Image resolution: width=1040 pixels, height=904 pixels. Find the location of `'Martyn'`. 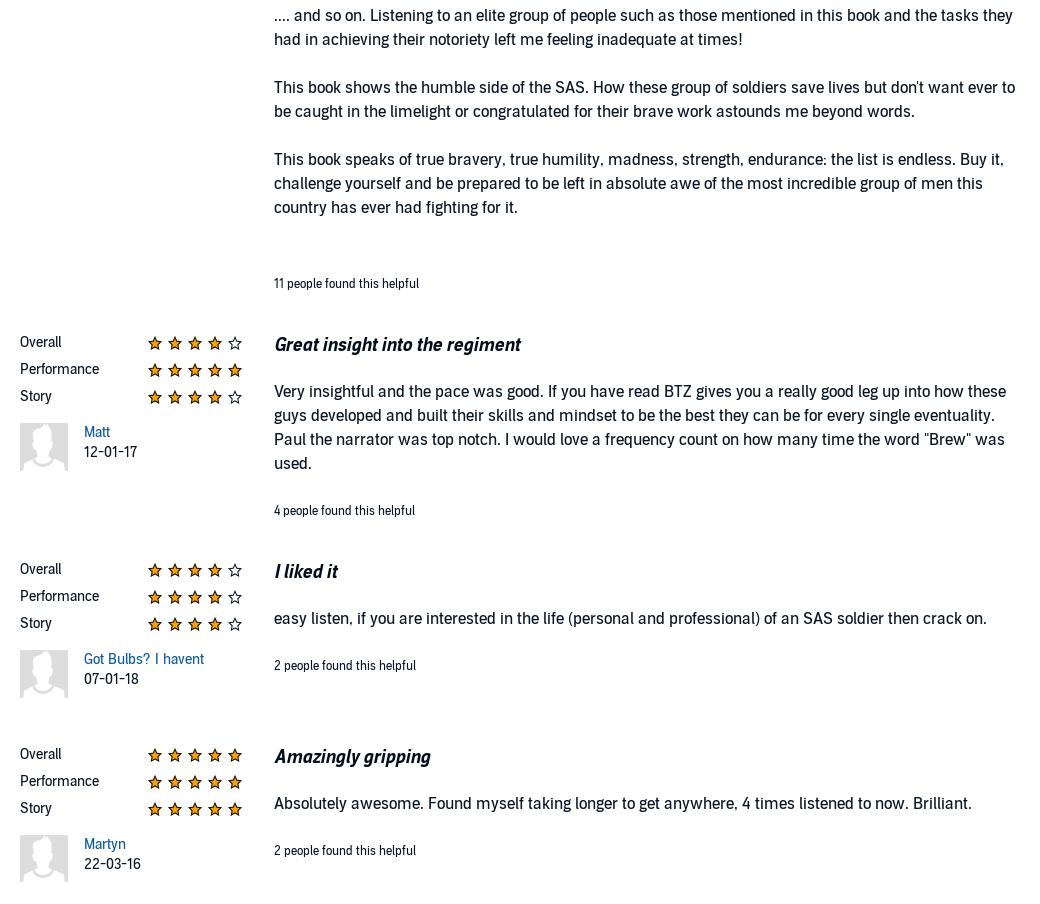

'Martyn' is located at coordinates (103, 842).